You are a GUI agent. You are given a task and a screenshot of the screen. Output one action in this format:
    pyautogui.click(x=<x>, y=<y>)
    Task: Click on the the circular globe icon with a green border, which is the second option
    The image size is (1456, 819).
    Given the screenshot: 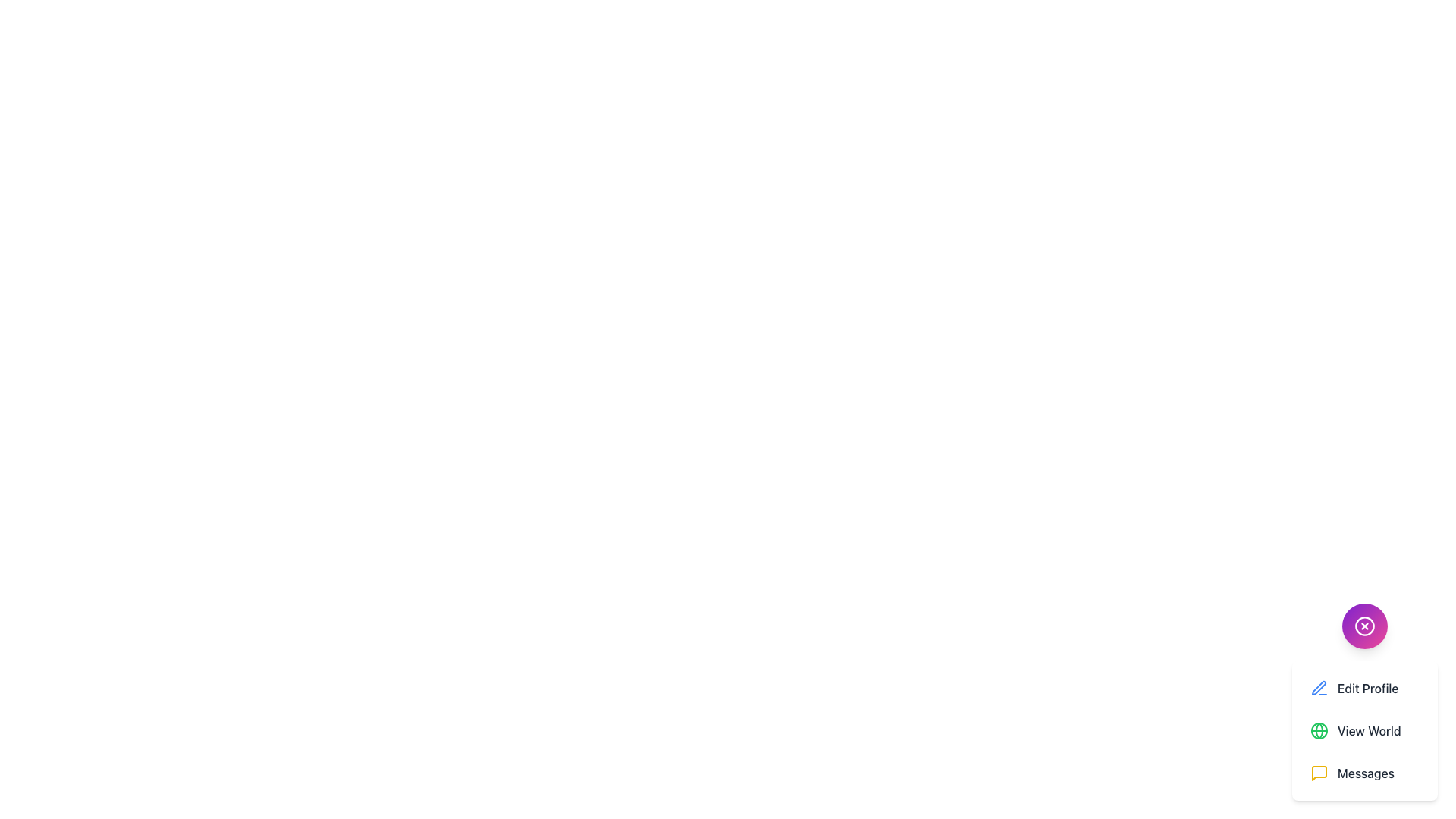 What is the action you would take?
    pyautogui.click(x=1318, y=730)
    